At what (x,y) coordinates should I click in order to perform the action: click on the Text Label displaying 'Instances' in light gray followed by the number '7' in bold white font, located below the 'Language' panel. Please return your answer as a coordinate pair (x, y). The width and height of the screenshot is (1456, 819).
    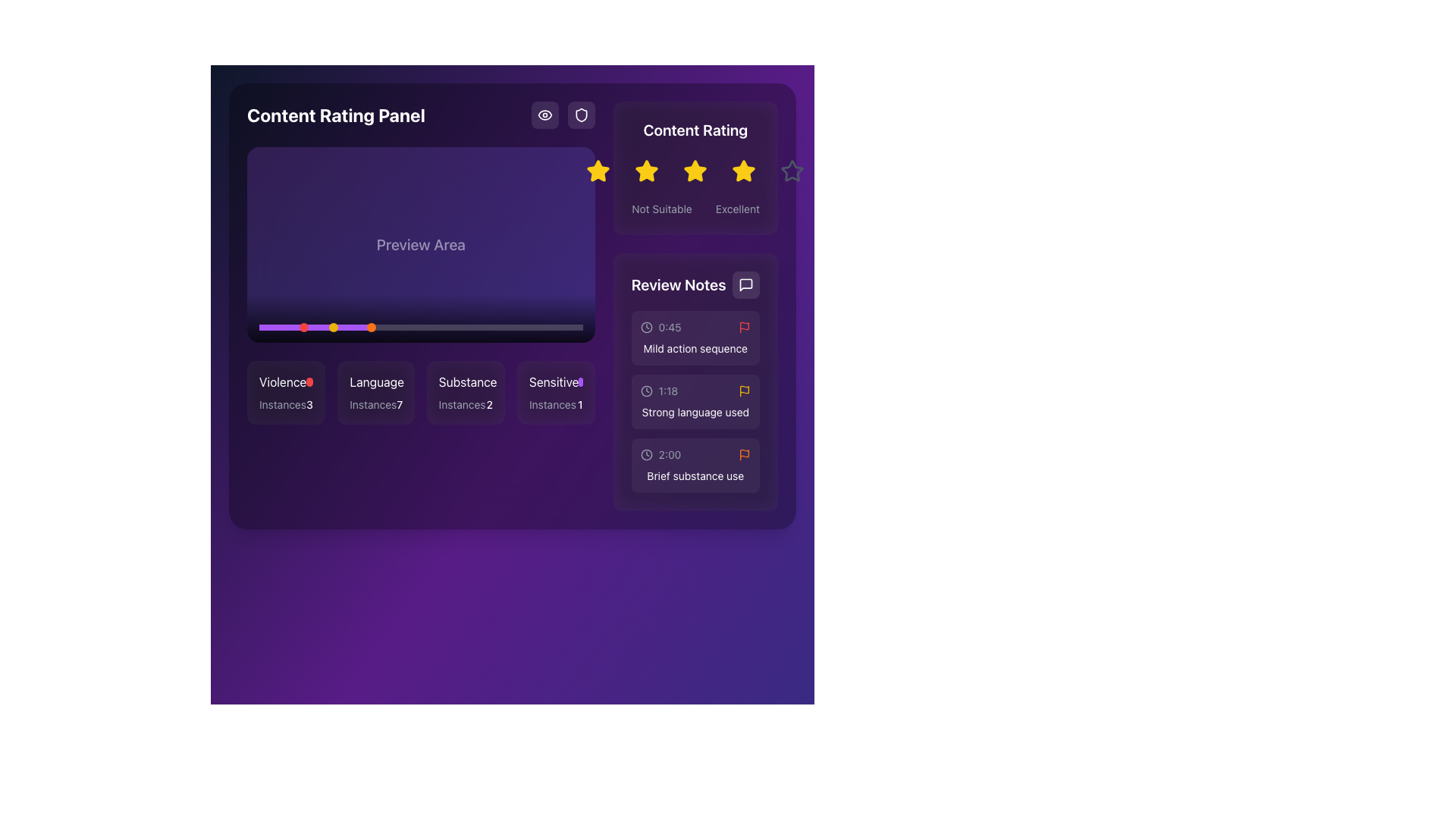
    Looking at the image, I should click on (375, 403).